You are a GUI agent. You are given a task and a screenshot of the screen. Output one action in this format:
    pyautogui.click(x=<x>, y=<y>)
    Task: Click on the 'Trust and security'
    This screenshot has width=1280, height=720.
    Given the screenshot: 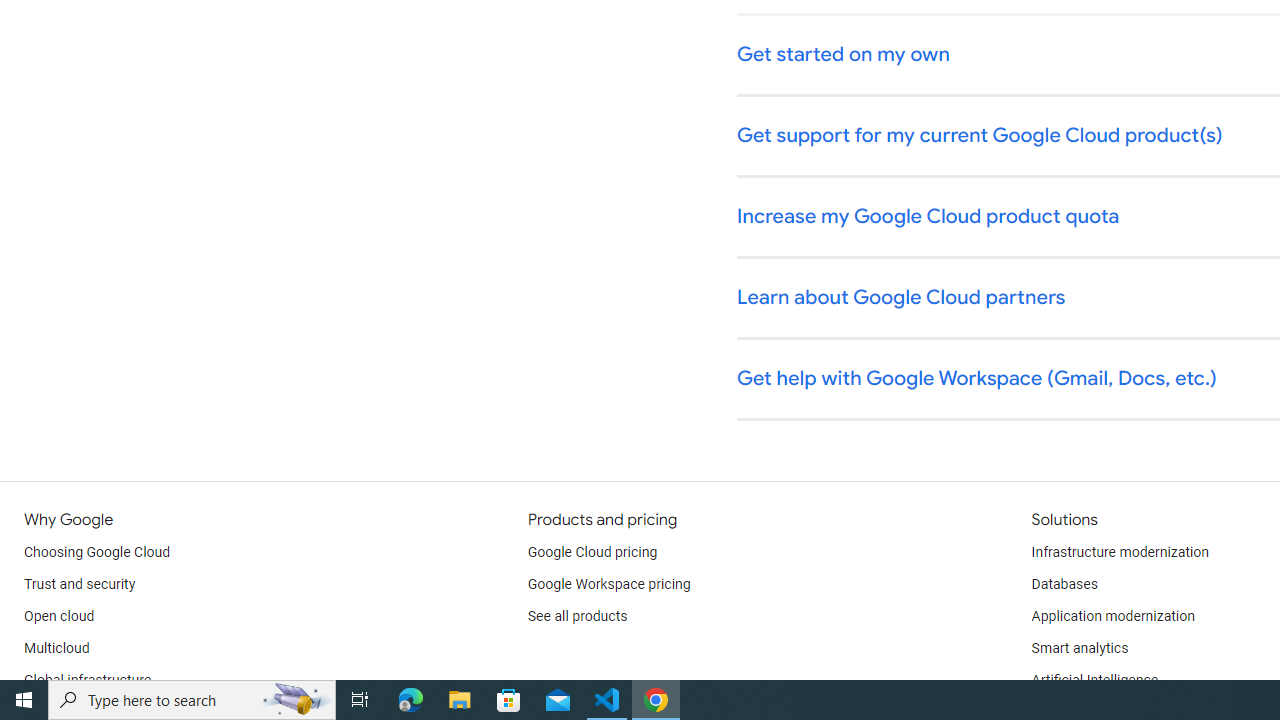 What is the action you would take?
    pyautogui.click(x=80, y=585)
    